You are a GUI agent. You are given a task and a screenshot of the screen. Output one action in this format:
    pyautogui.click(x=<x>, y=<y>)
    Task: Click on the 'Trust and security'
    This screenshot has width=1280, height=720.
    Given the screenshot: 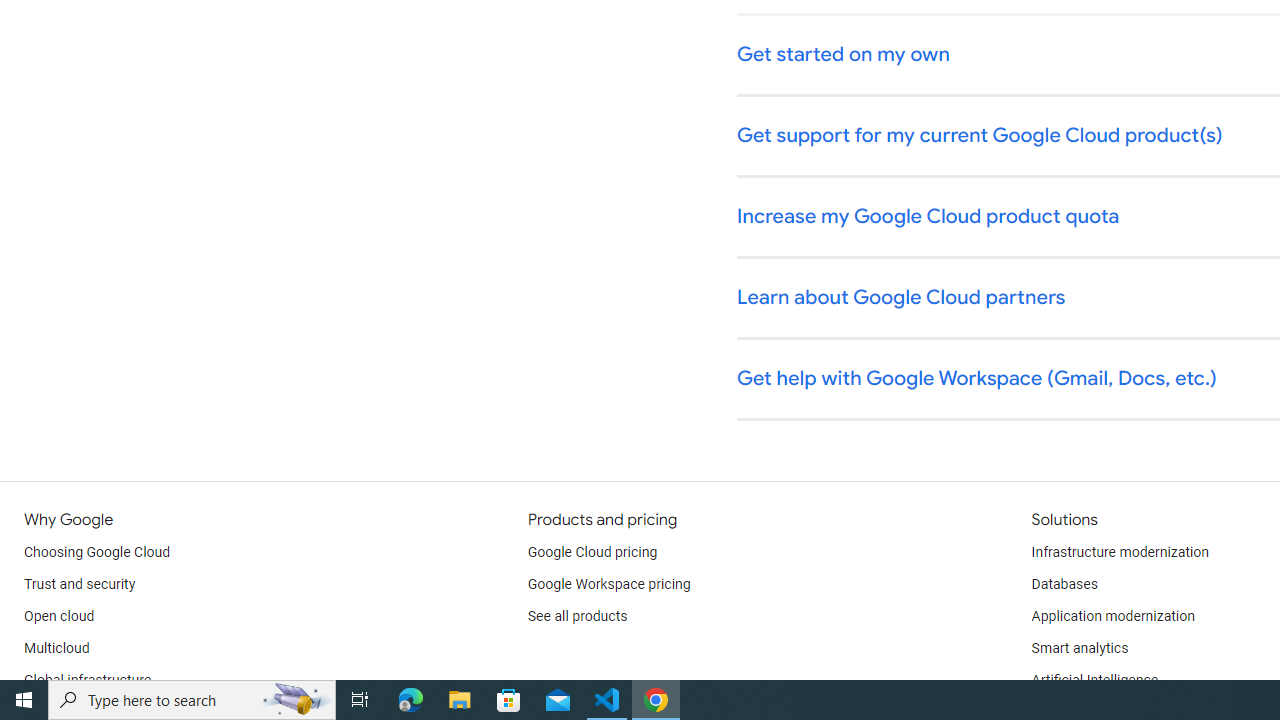 What is the action you would take?
    pyautogui.click(x=80, y=585)
    